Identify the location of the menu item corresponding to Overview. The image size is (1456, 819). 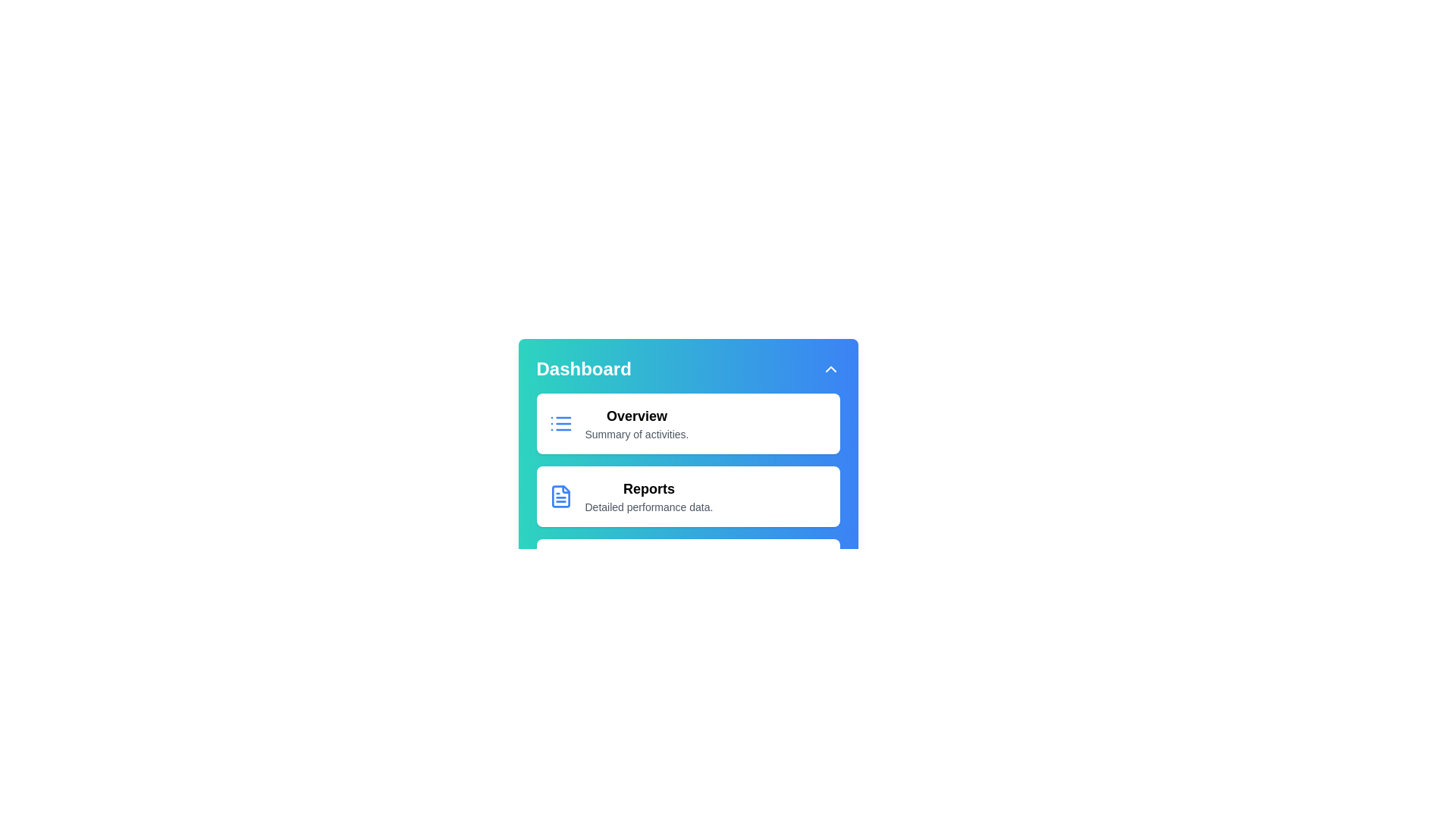
(687, 424).